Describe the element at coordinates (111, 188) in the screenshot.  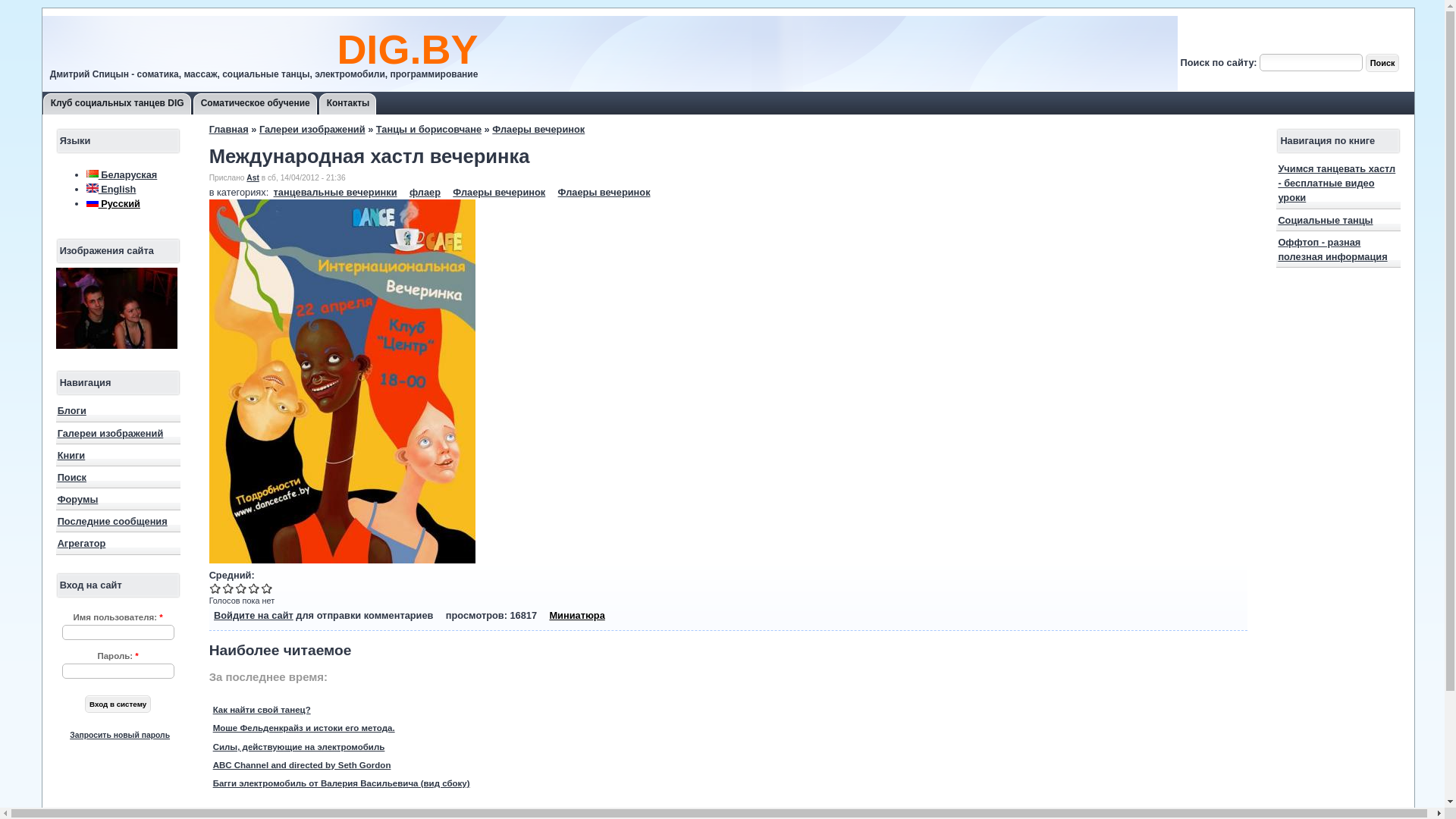
I see `'English'` at that location.